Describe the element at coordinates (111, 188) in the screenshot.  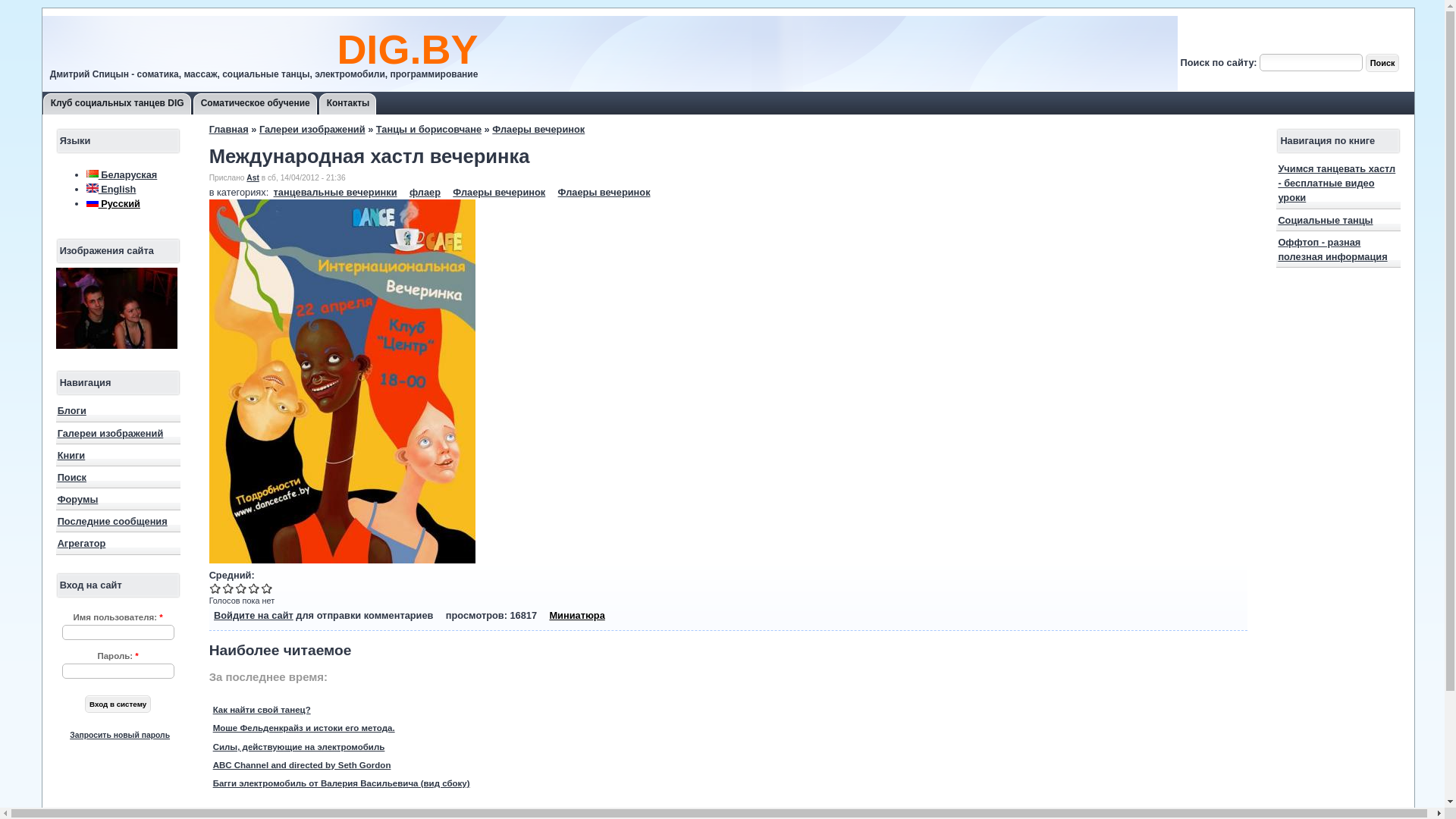
I see `'English'` at that location.